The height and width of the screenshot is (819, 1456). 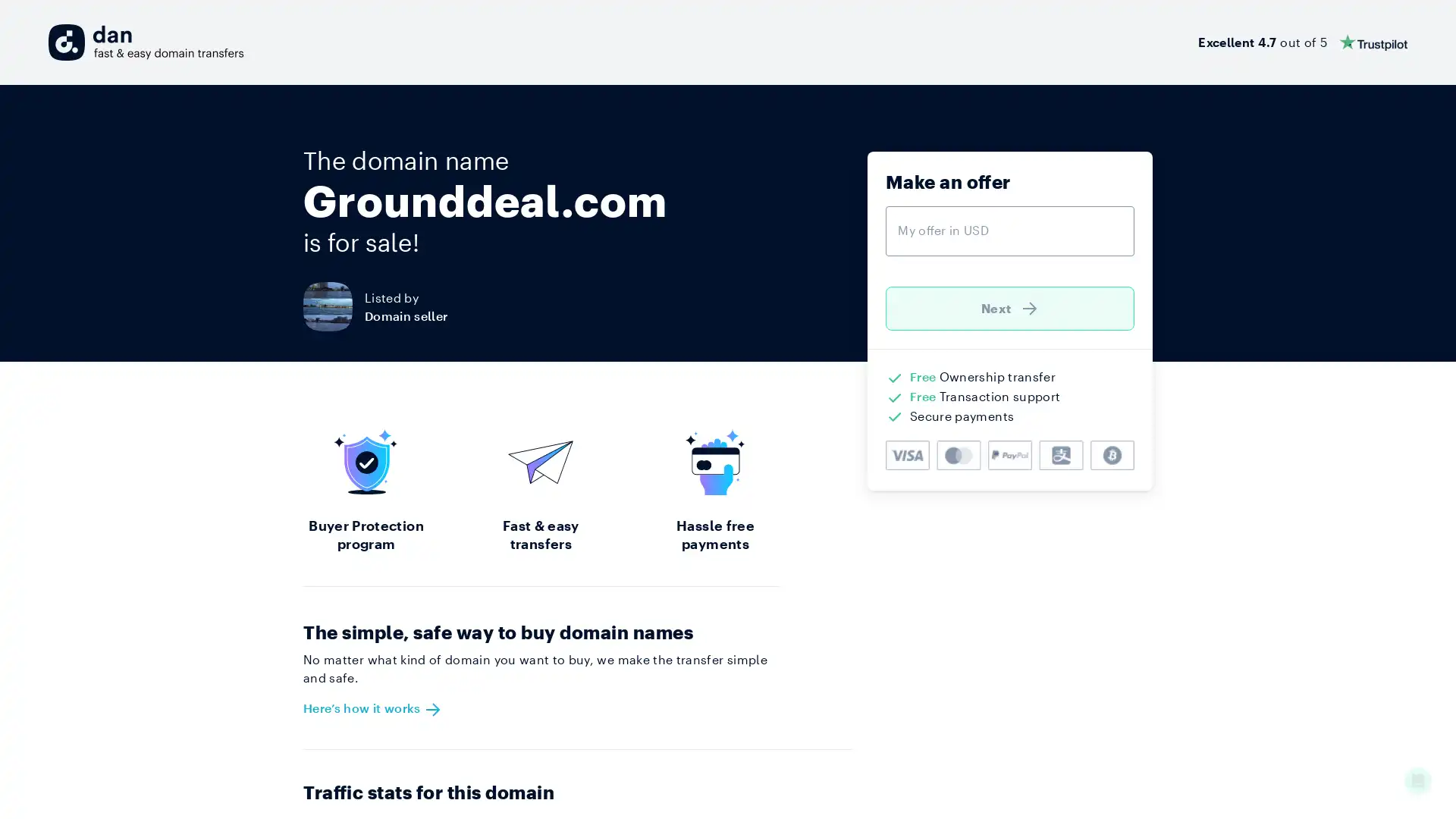 What do you see at coordinates (1417, 780) in the screenshot?
I see `Open Intercom Messenger` at bounding box center [1417, 780].